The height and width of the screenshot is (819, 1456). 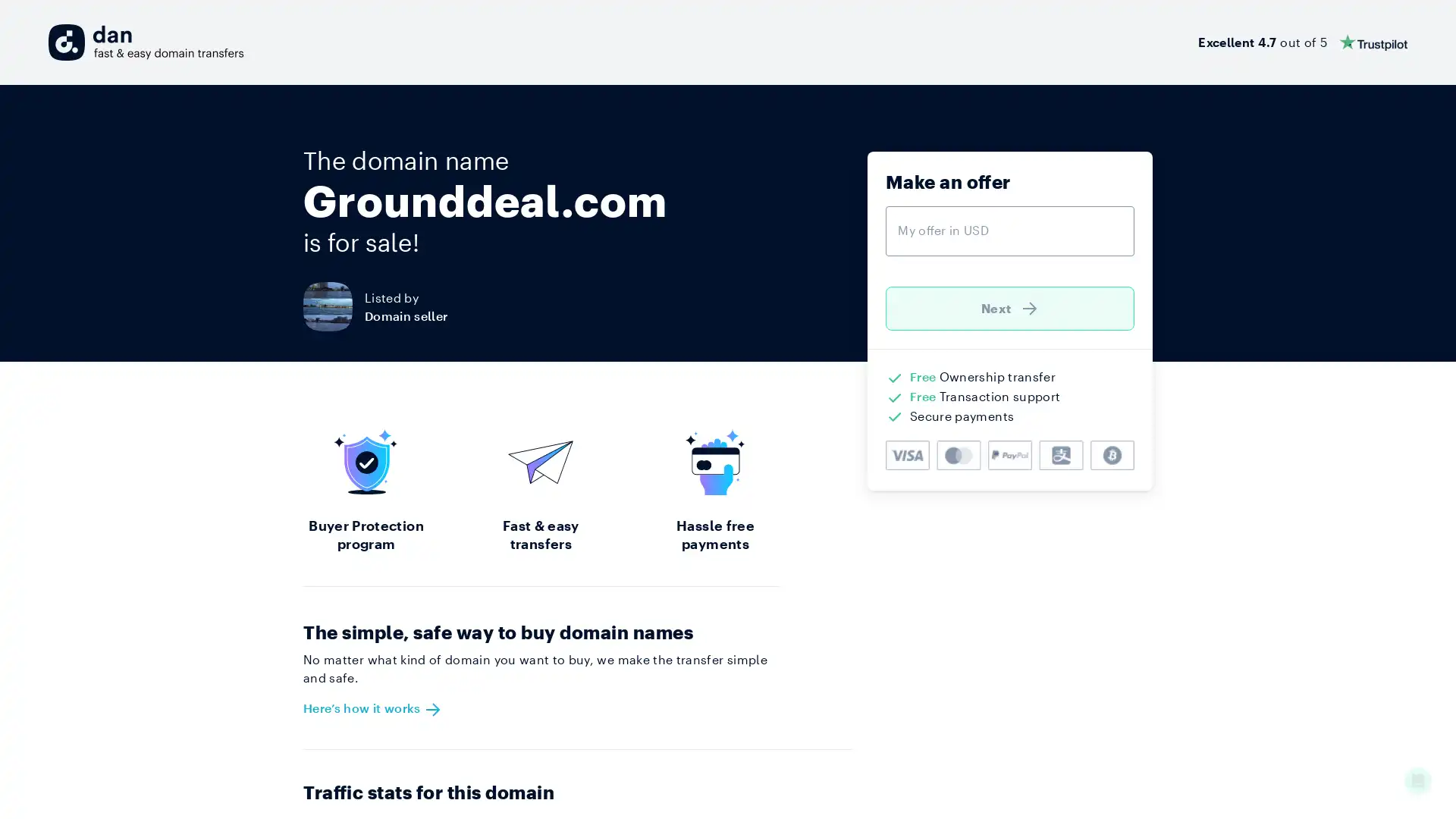 What do you see at coordinates (1417, 780) in the screenshot?
I see `Open Intercom Messenger` at bounding box center [1417, 780].